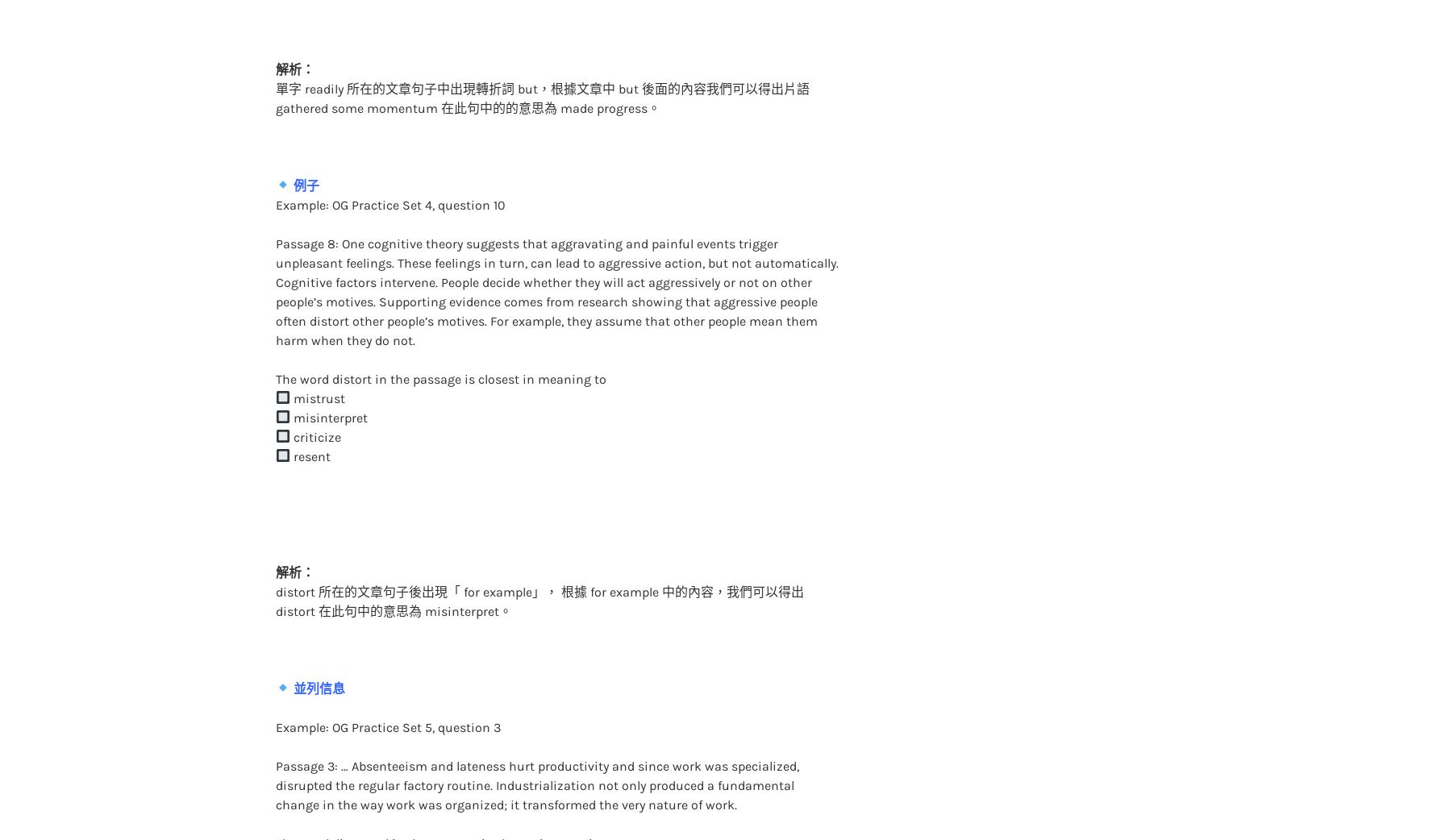  What do you see at coordinates (439, 345) in the screenshot?
I see `'The word distort in the passage is closest in meaning to'` at bounding box center [439, 345].